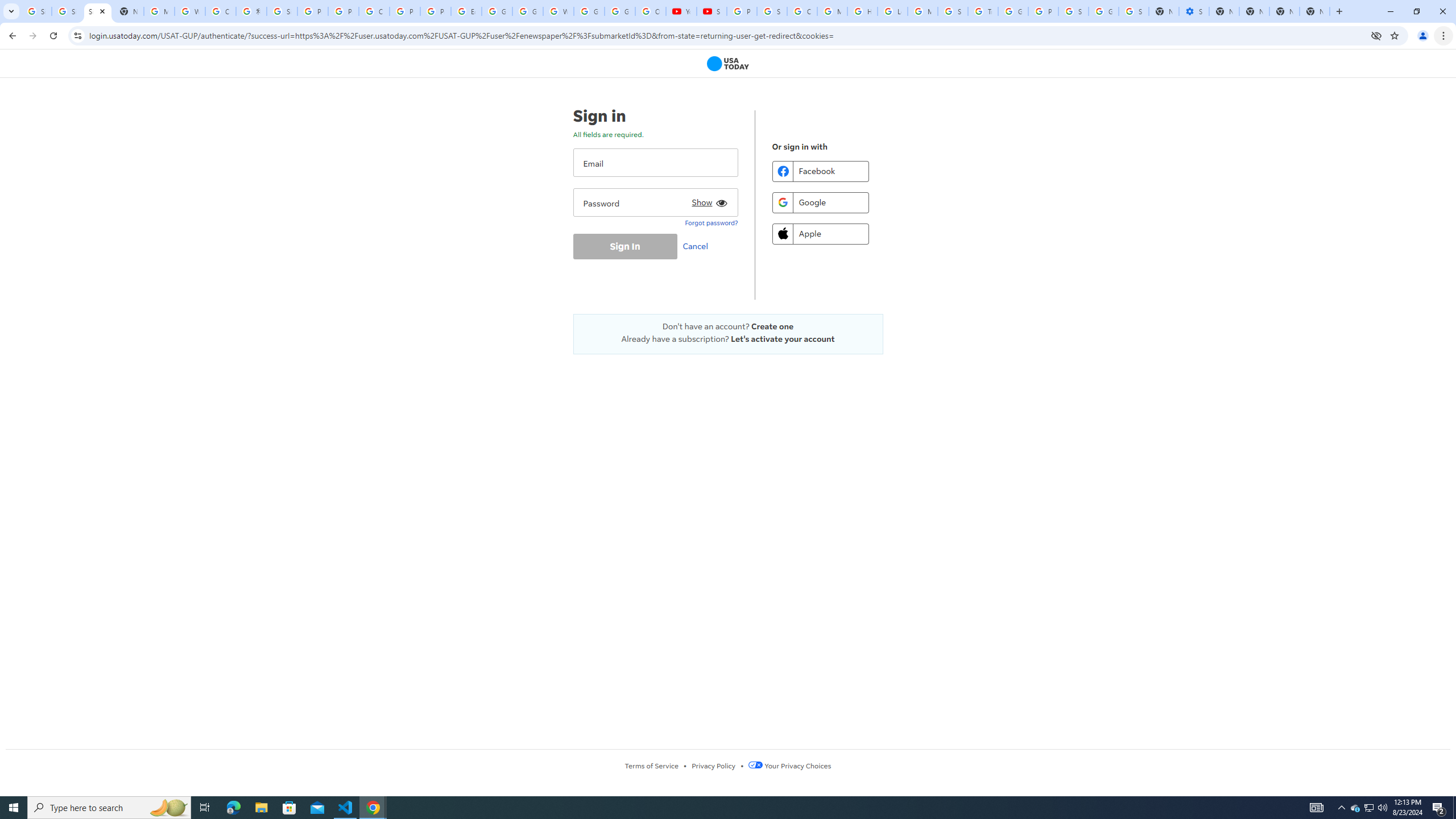  I want to click on 'Don', so click(728, 325).